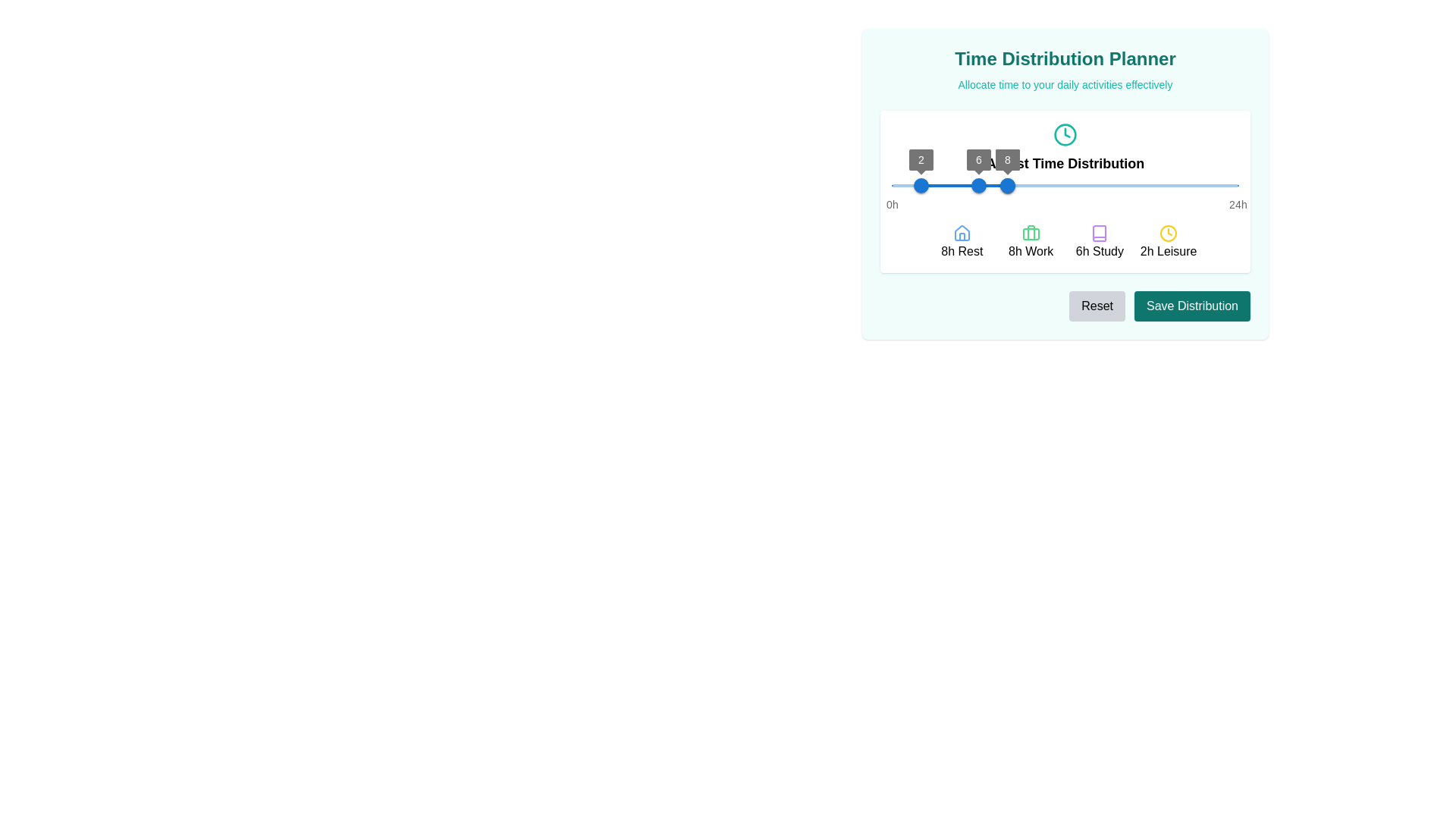  I want to click on the descriptive text label providing guidance for the 'Time Distribution Planner' feature, which is positioned below the main heading and above the time distribution visualization chart, so click(1065, 84).